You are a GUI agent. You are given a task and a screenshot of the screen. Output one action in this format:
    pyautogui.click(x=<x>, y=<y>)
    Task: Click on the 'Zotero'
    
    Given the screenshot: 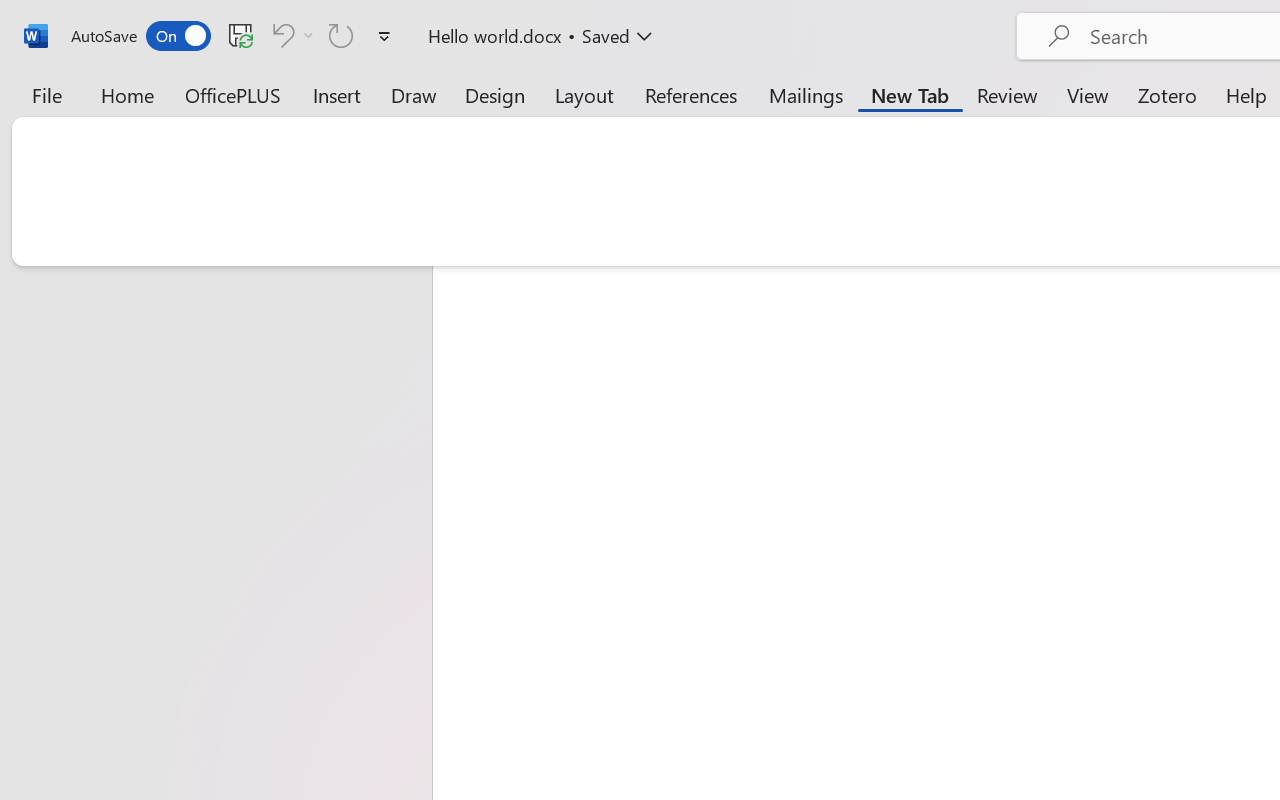 What is the action you would take?
    pyautogui.click(x=1167, y=94)
    